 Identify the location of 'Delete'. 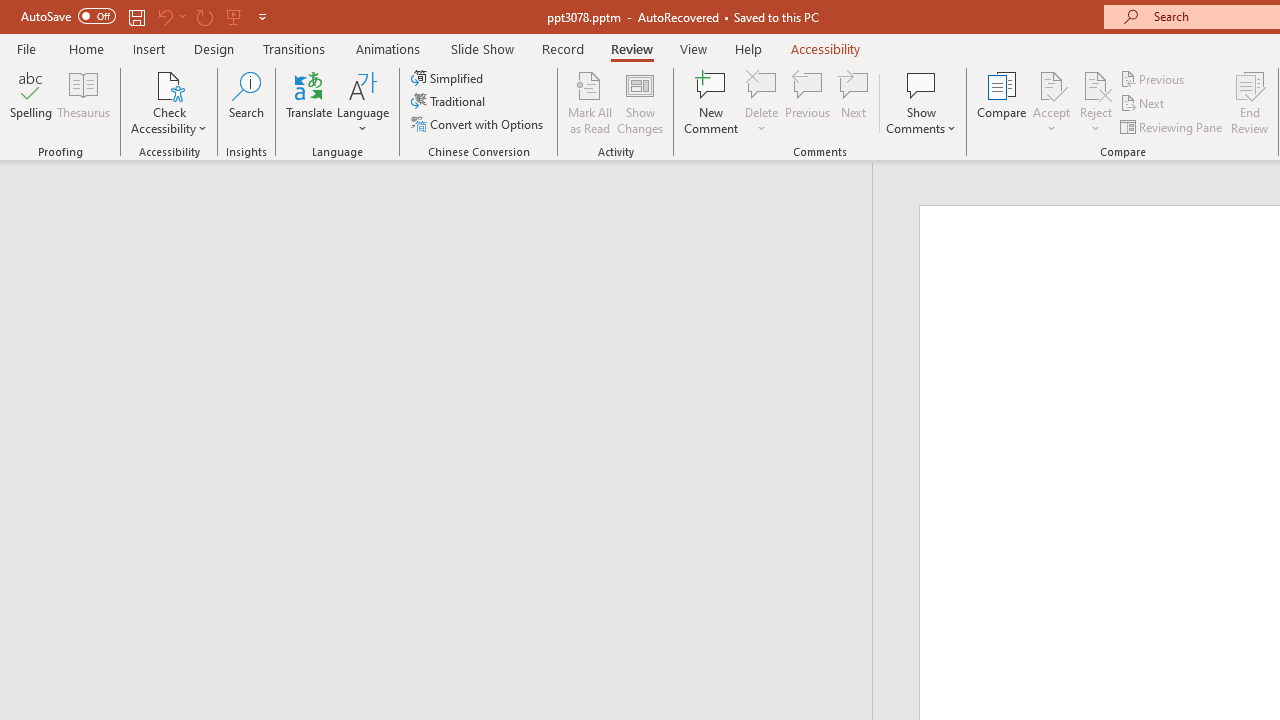
(761, 84).